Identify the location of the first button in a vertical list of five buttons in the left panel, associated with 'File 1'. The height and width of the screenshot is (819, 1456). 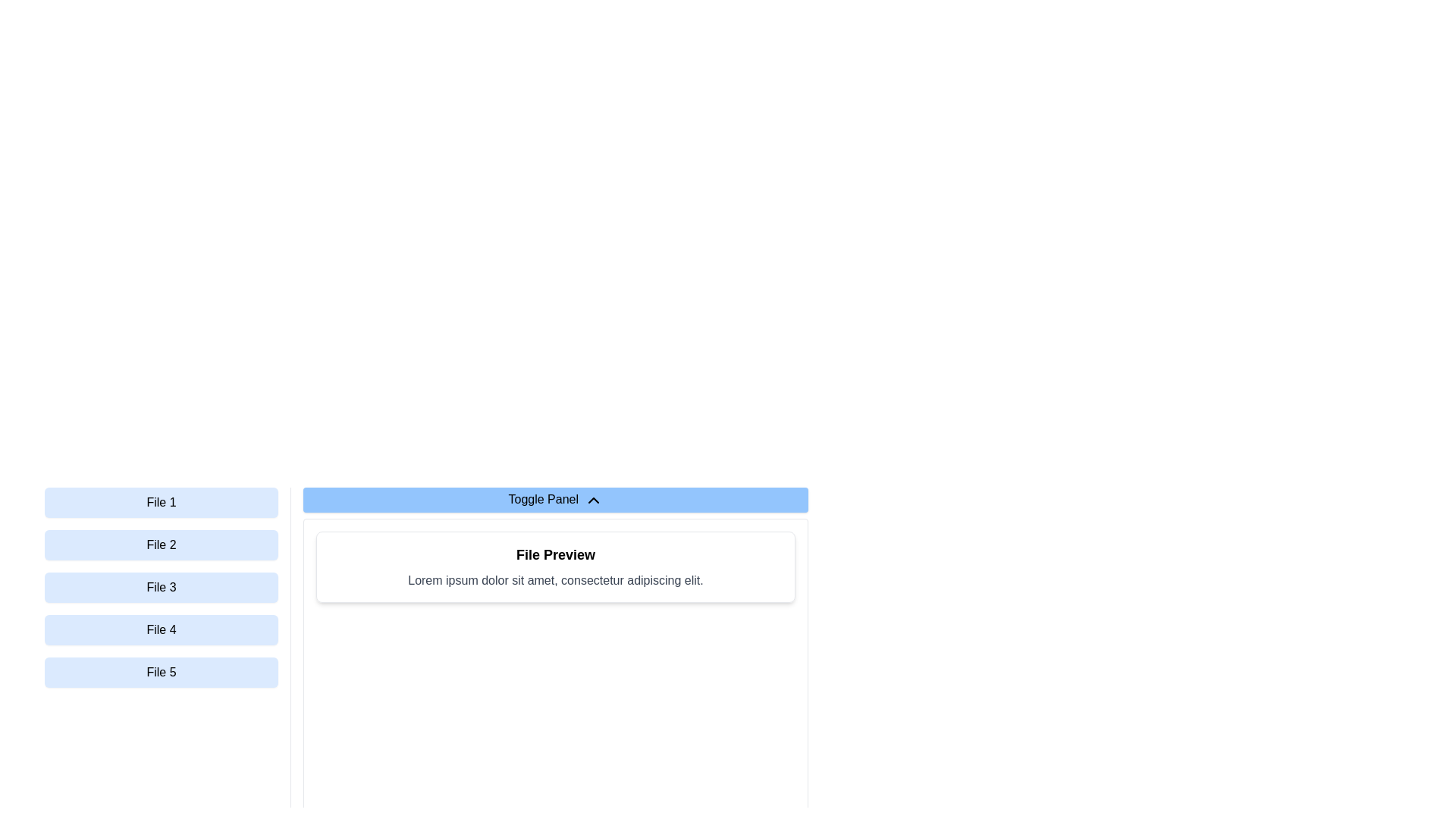
(161, 503).